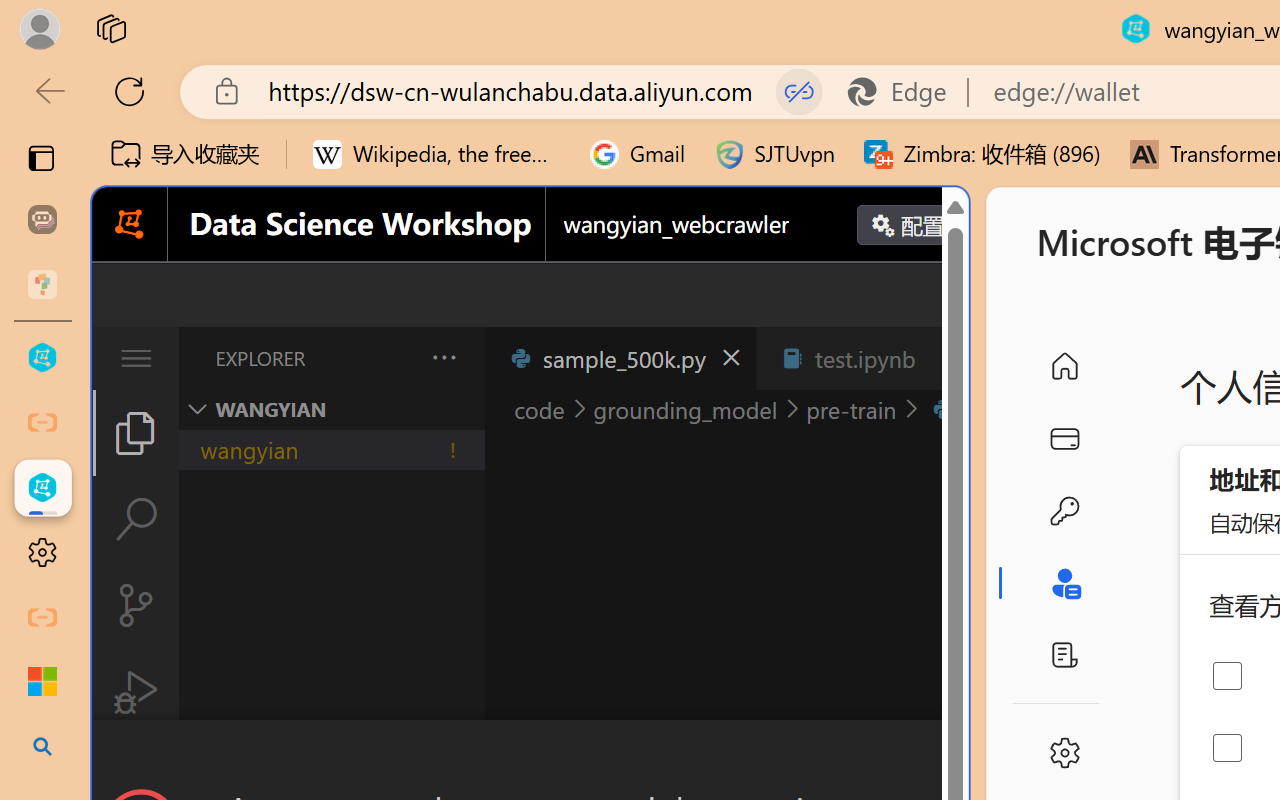  Describe the element at coordinates (436, 154) in the screenshot. I see `'Wikipedia, the free encyclopedia'` at that location.